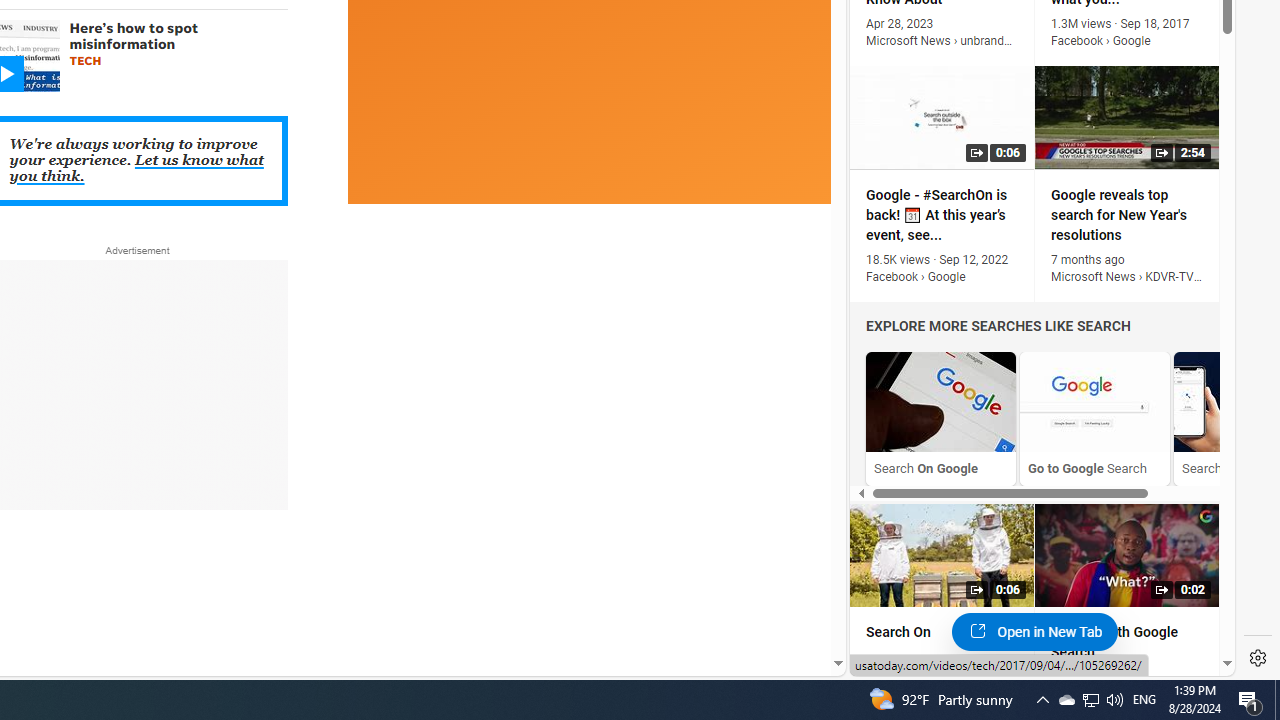 The height and width of the screenshot is (720, 1280). What do you see at coordinates (1094, 401) in the screenshot?
I see `'Go to Google Search'` at bounding box center [1094, 401].